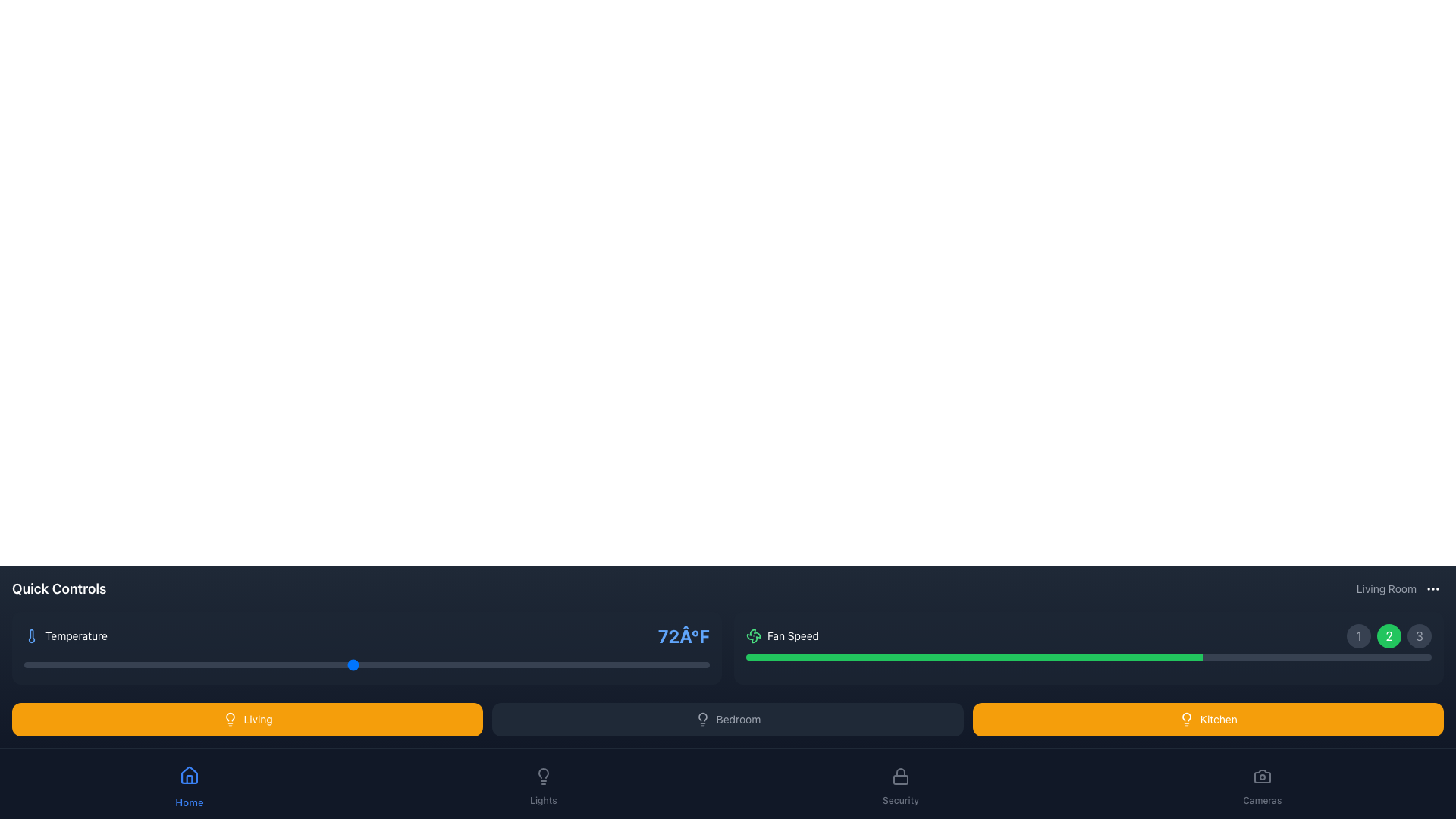 This screenshot has height=819, width=1456. What do you see at coordinates (243, 664) in the screenshot?
I see `the temperature` at bounding box center [243, 664].